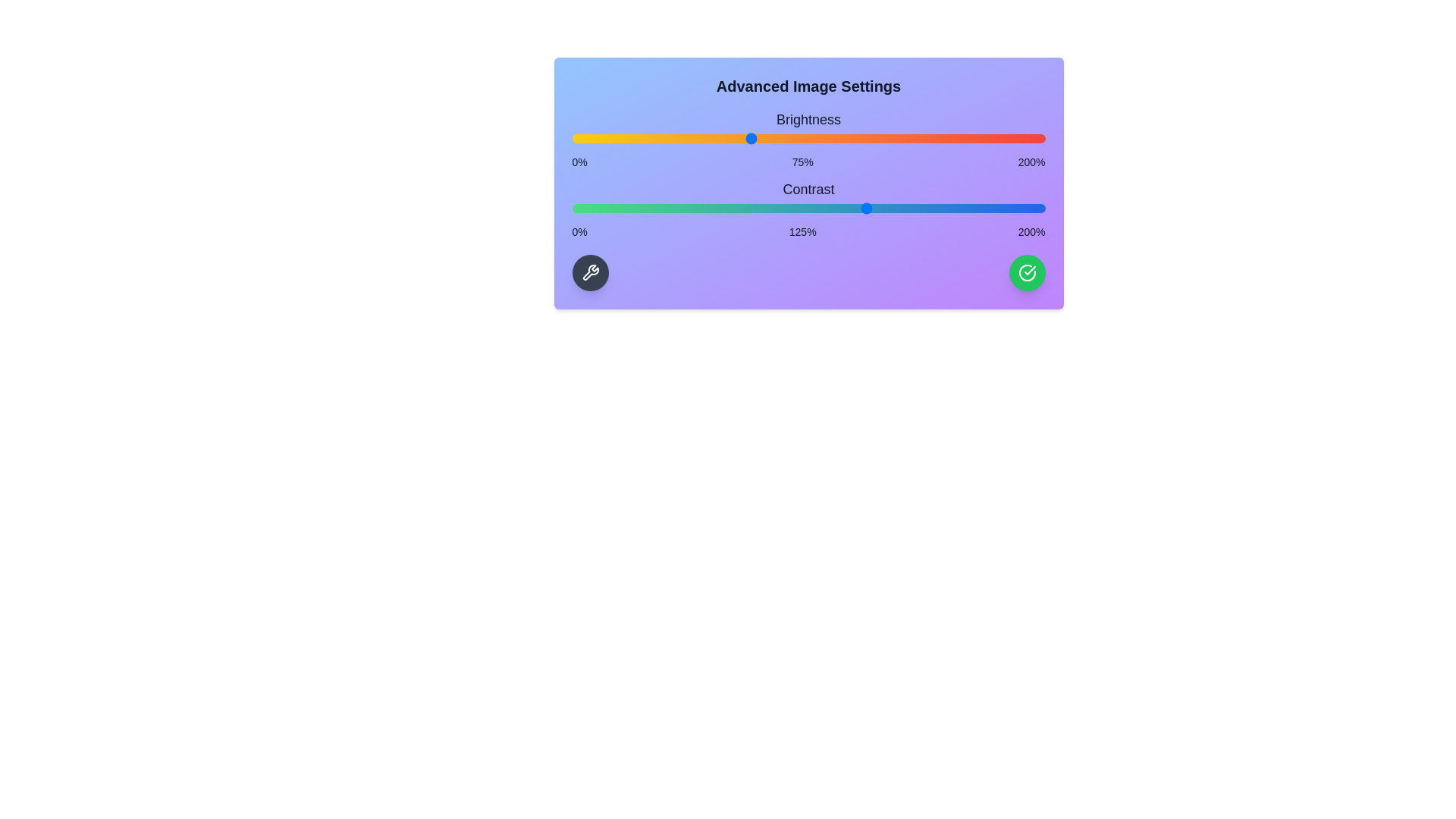  What do you see at coordinates (1031, 208) in the screenshot?
I see `the contrast slider to 194%` at bounding box center [1031, 208].